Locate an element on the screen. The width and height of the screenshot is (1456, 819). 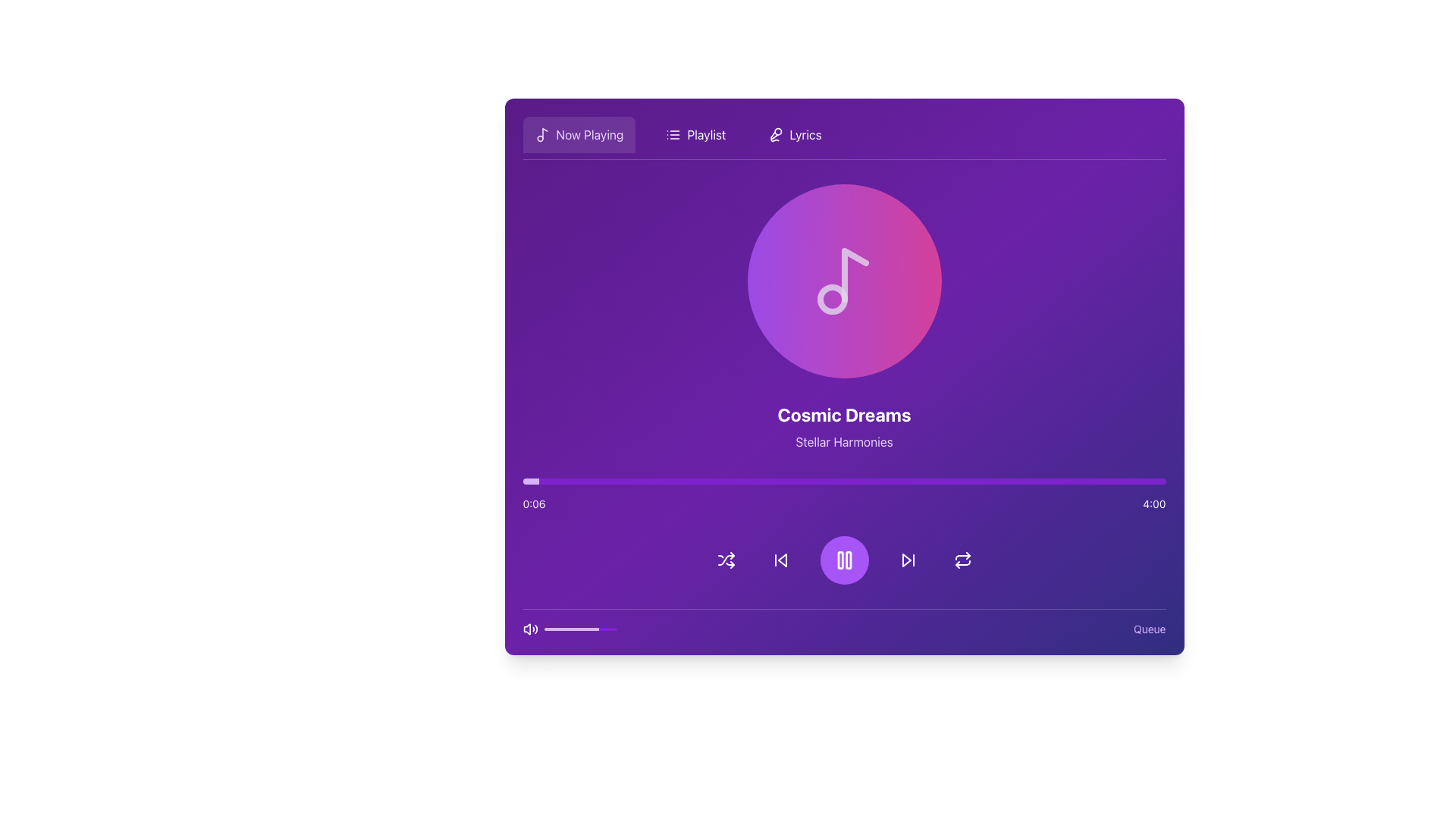
the volume control icon located at the leftmost side of the interactive components row at the bottom of the interface to interact with it is located at coordinates (530, 629).